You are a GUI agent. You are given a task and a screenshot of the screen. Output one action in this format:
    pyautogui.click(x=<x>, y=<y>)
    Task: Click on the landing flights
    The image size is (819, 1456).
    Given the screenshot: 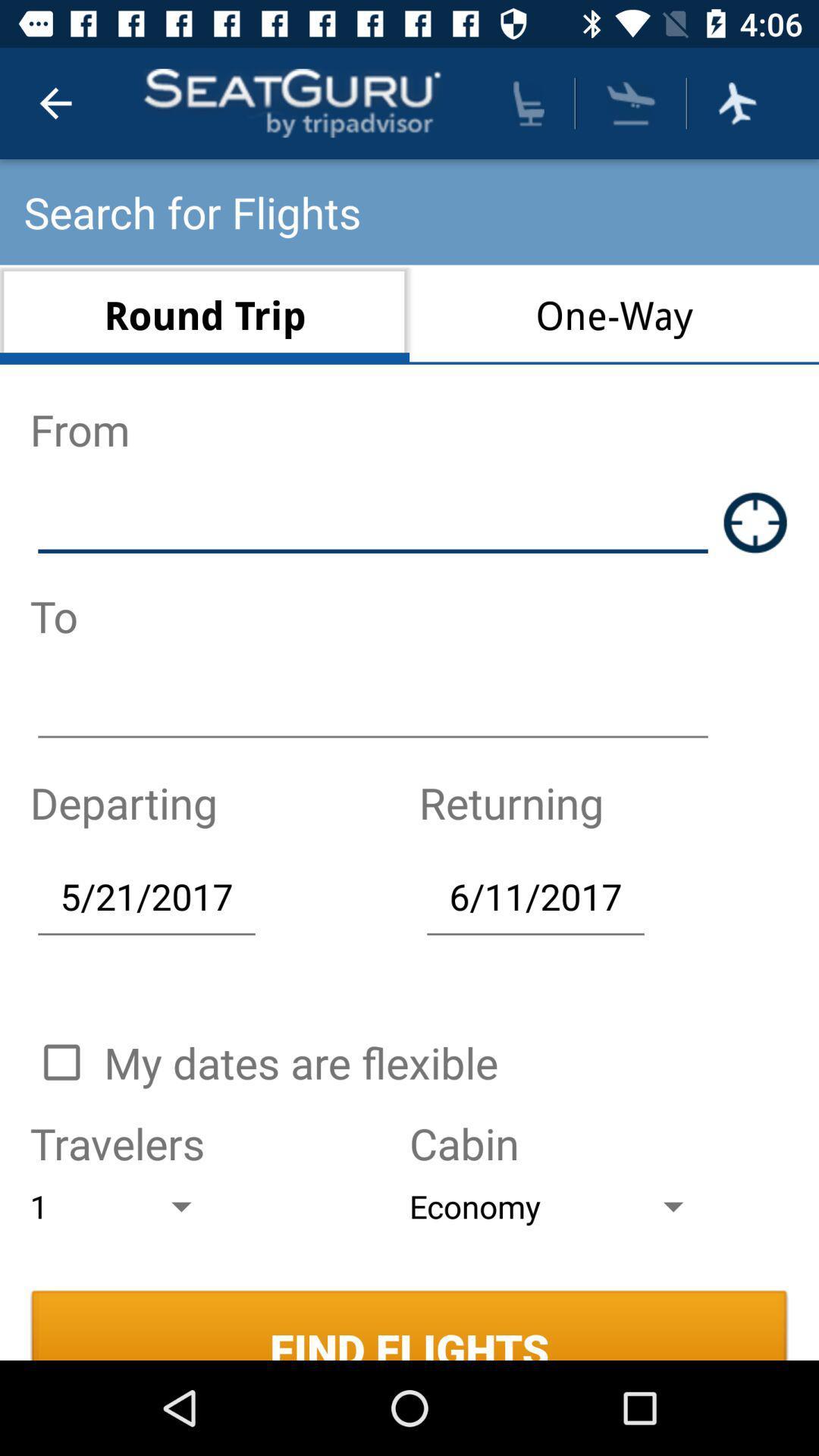 What is the action you would take?
    pyautogui.click(x=631, y=102)
    